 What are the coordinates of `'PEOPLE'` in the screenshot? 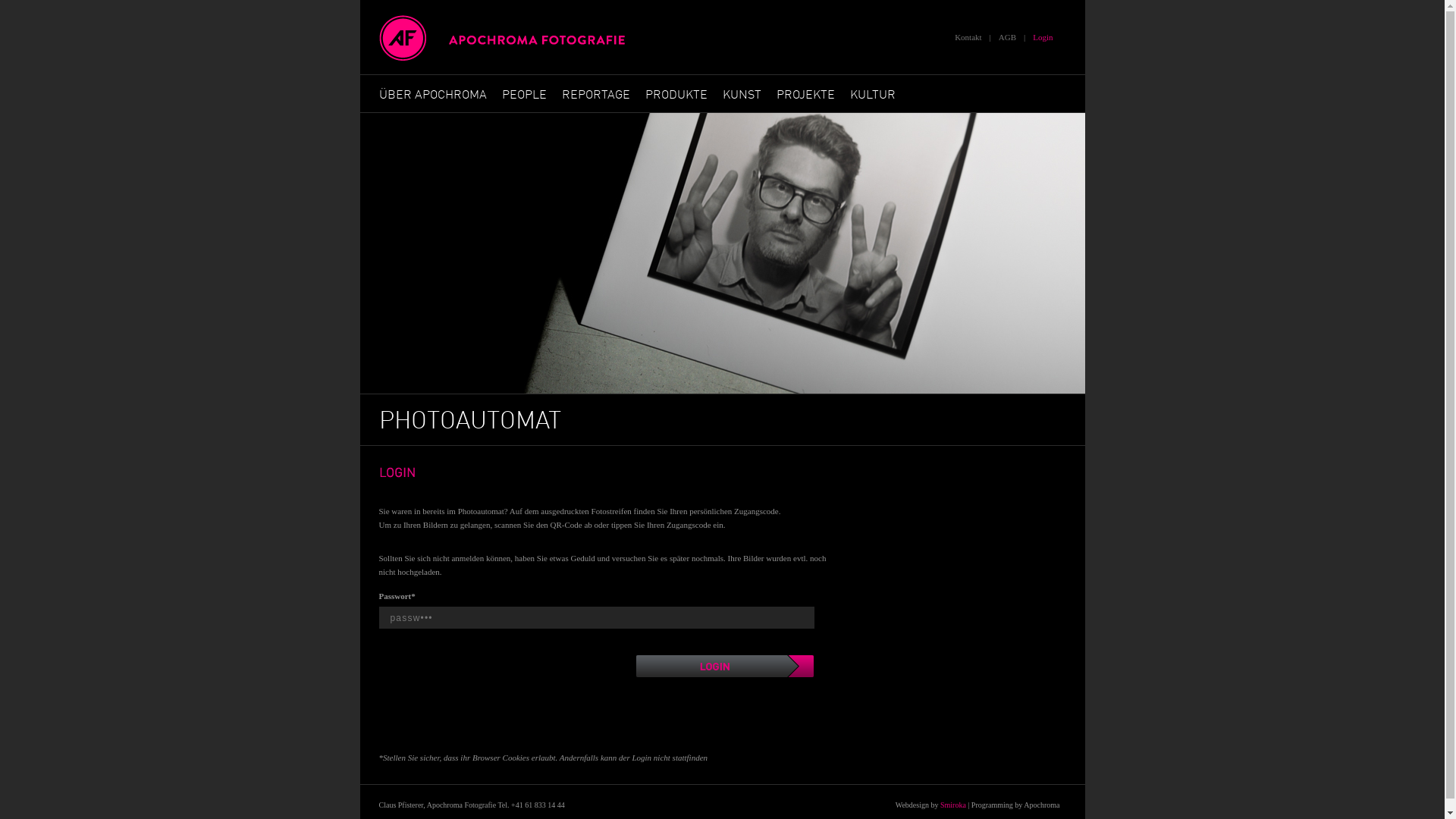 It's located at (502, 96).